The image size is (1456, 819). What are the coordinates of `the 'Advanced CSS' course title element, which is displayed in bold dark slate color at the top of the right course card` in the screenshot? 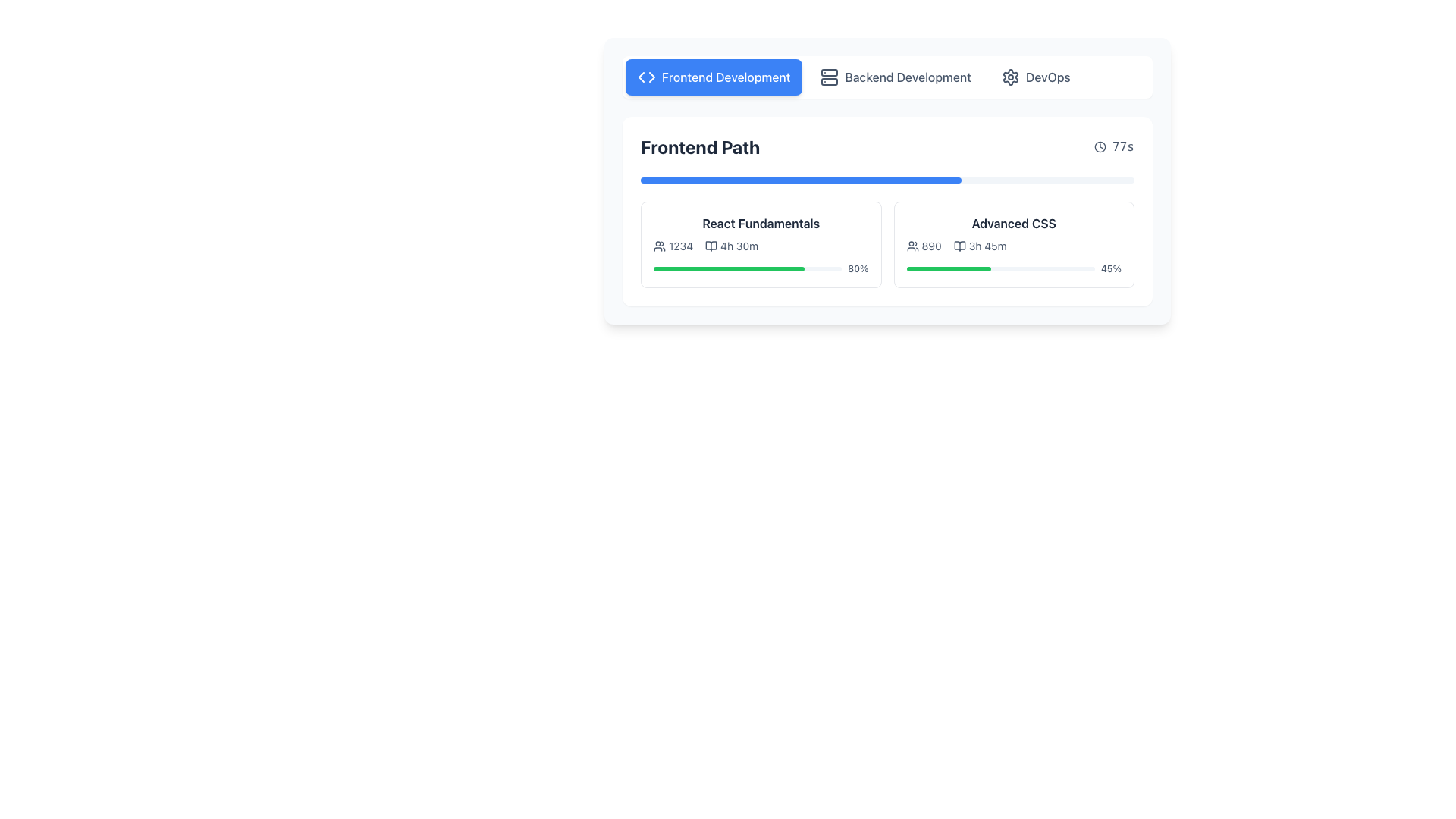 It's located at (1014, 223).